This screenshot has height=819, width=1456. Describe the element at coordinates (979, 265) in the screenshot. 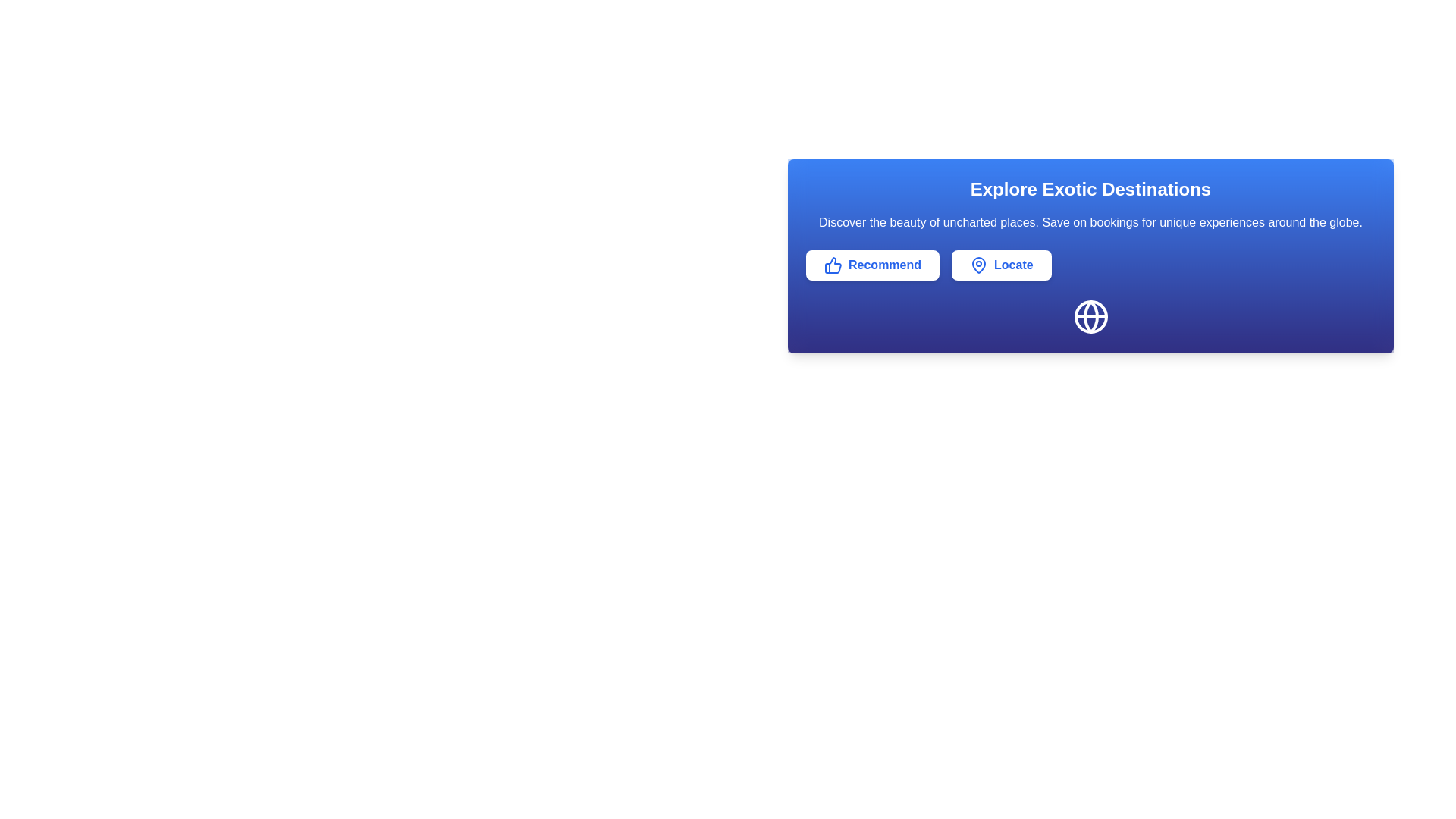

I see `the blue pin icon located within the 'Locate' button on the card, positioned in the middle-right region of the interface, adjacent to the 'Recommend' button` at that location.